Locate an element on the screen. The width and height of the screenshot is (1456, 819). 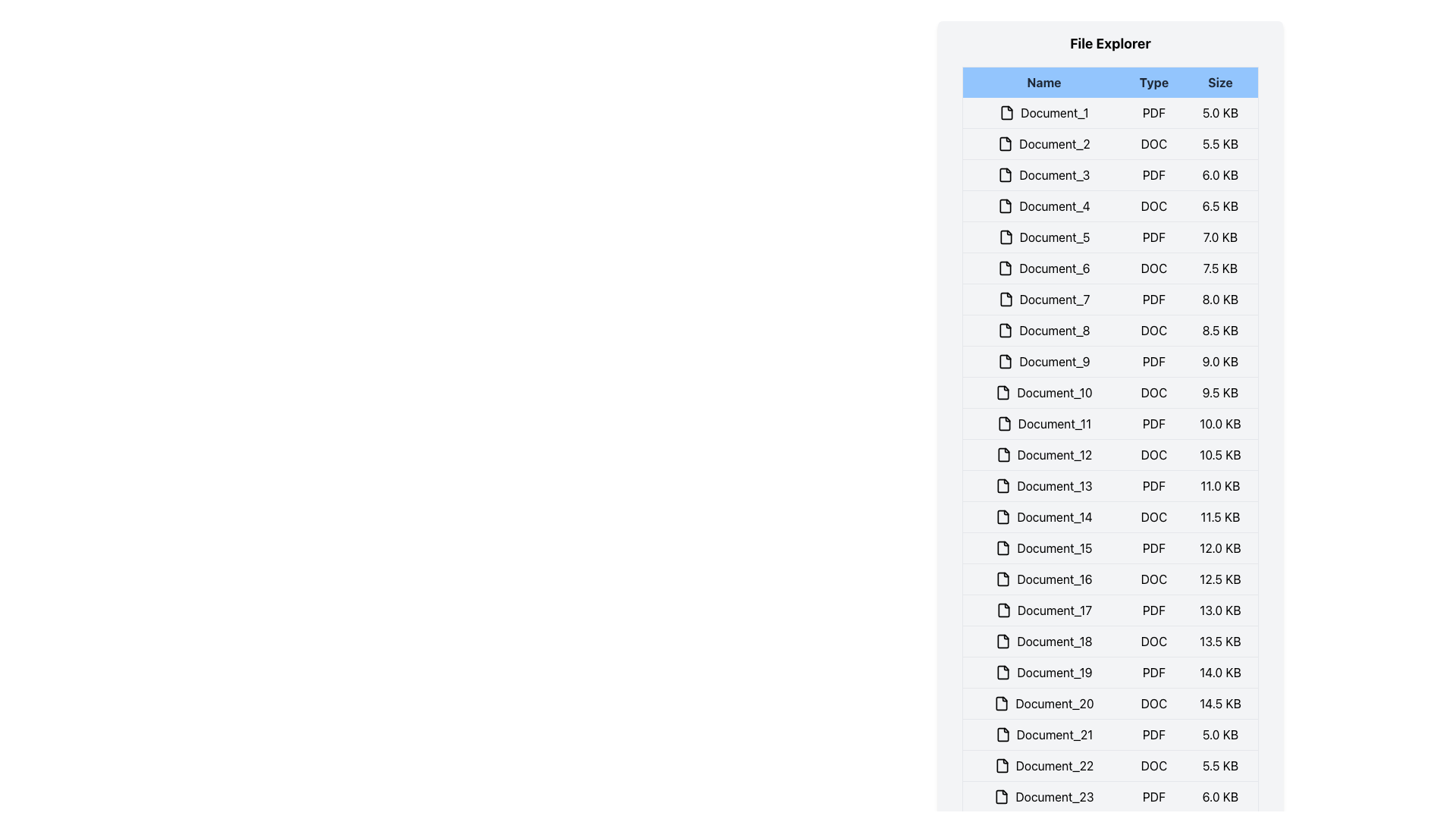
the text label displaying 'Document_5' in the file explorer is located at coordinates (1043, 237).